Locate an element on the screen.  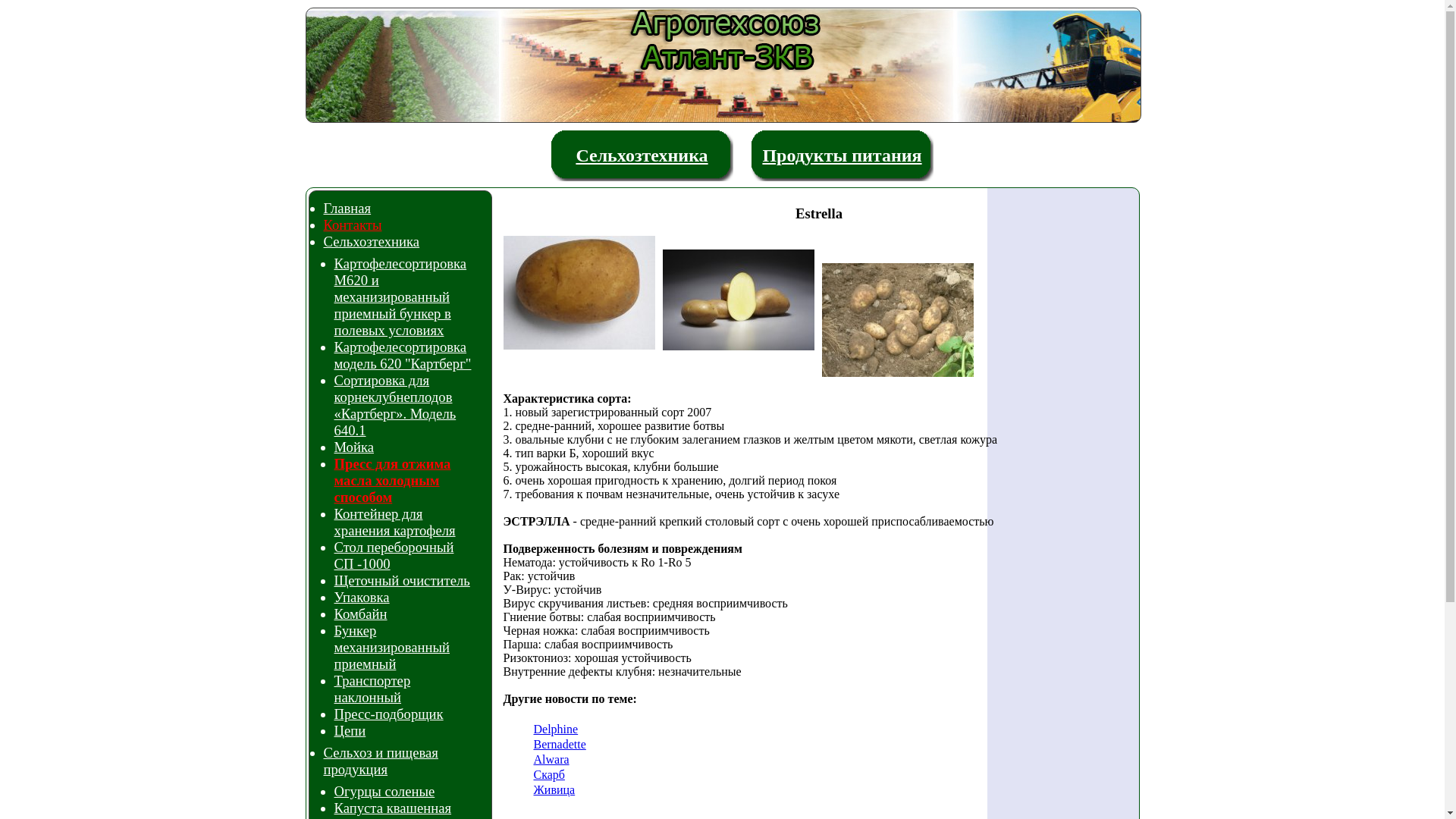
'Alwara' is located at coordinates (534, 759).